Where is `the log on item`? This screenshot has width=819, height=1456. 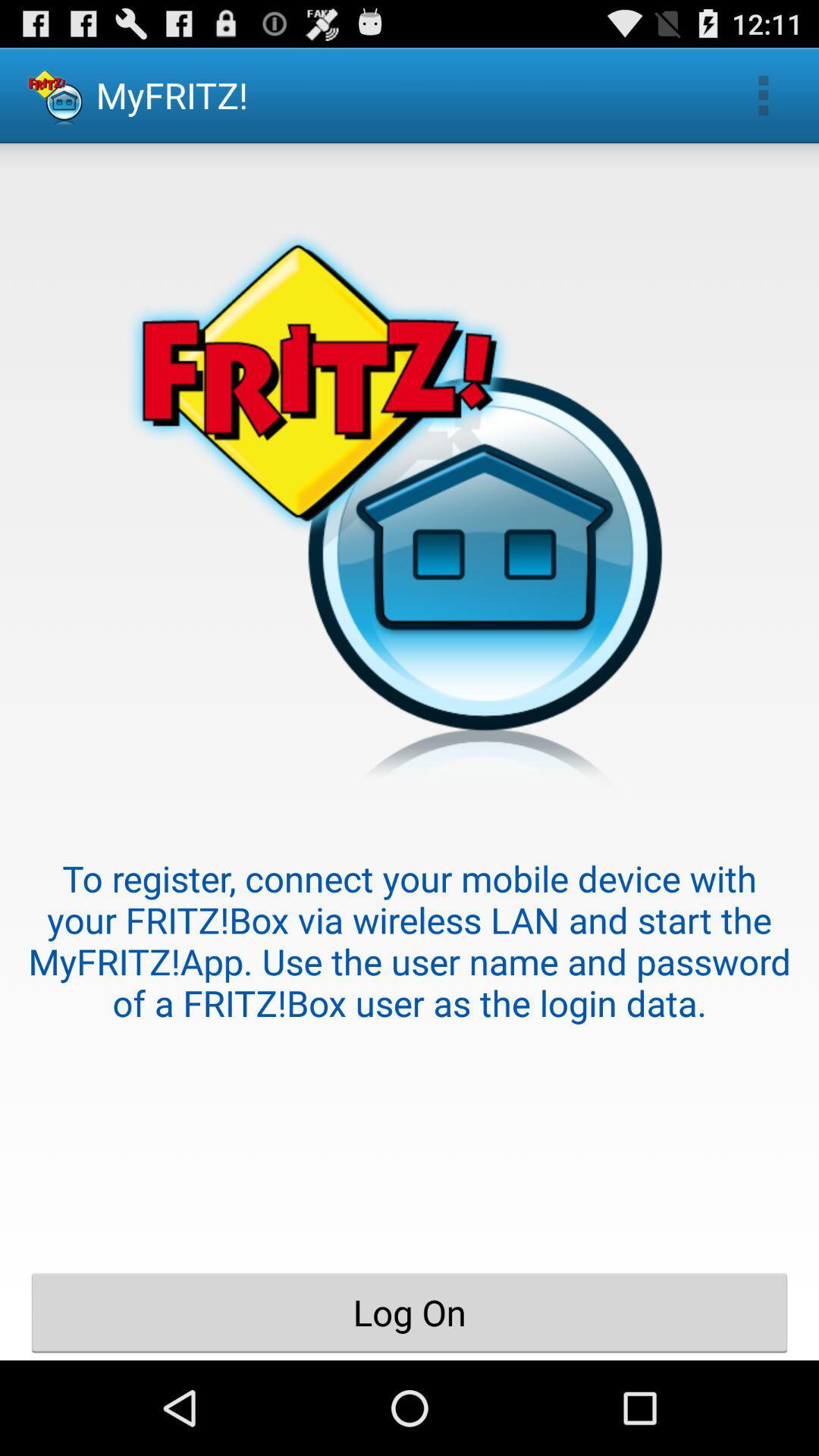 the log on item is located at coordinates (409, 1312).